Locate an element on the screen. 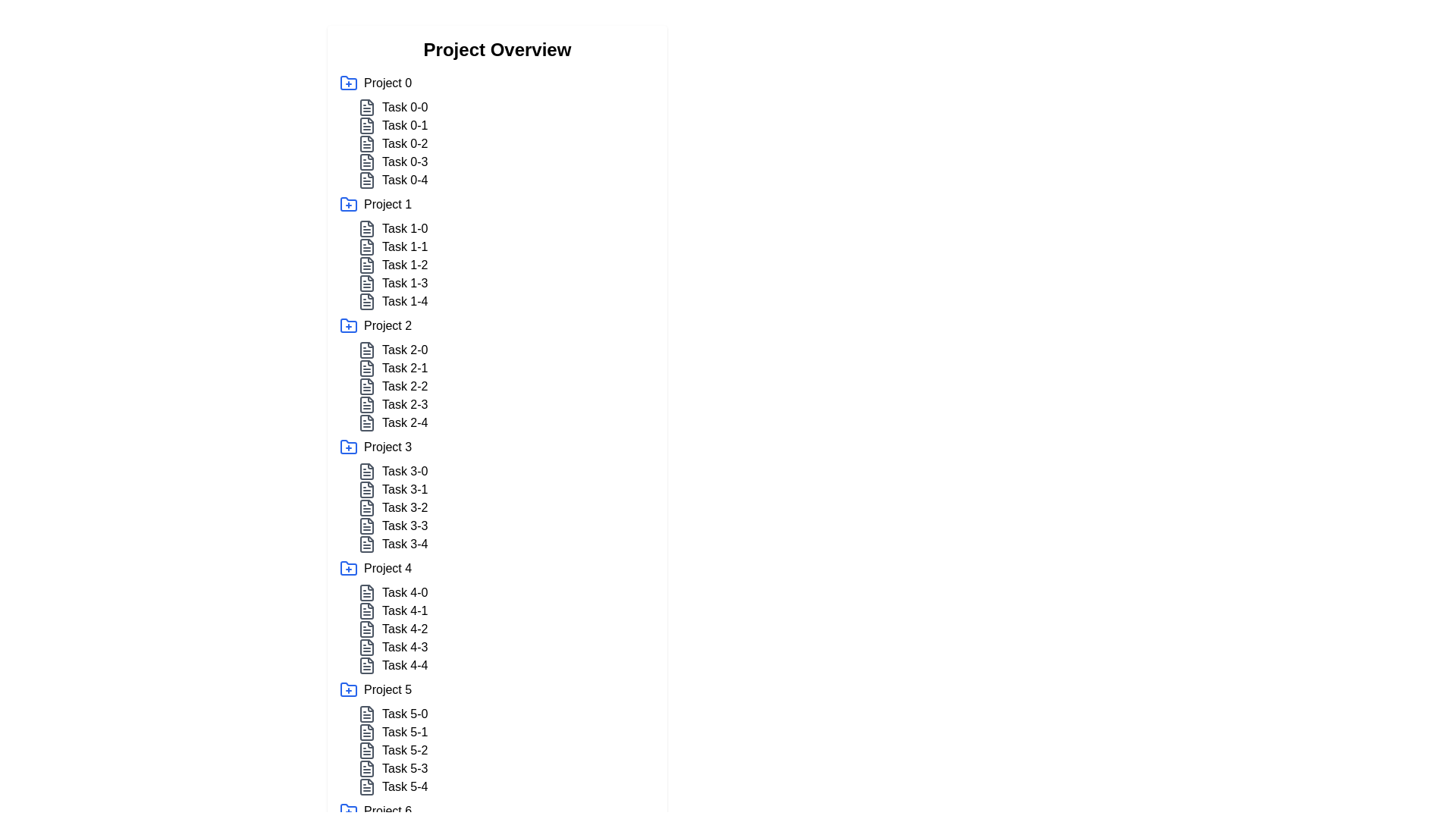 This screenshot has height=819, width=1456. the gray document-style icon with a folded corner located to the left of the text 'Task 0-1' is located at coordinates (367, 124).